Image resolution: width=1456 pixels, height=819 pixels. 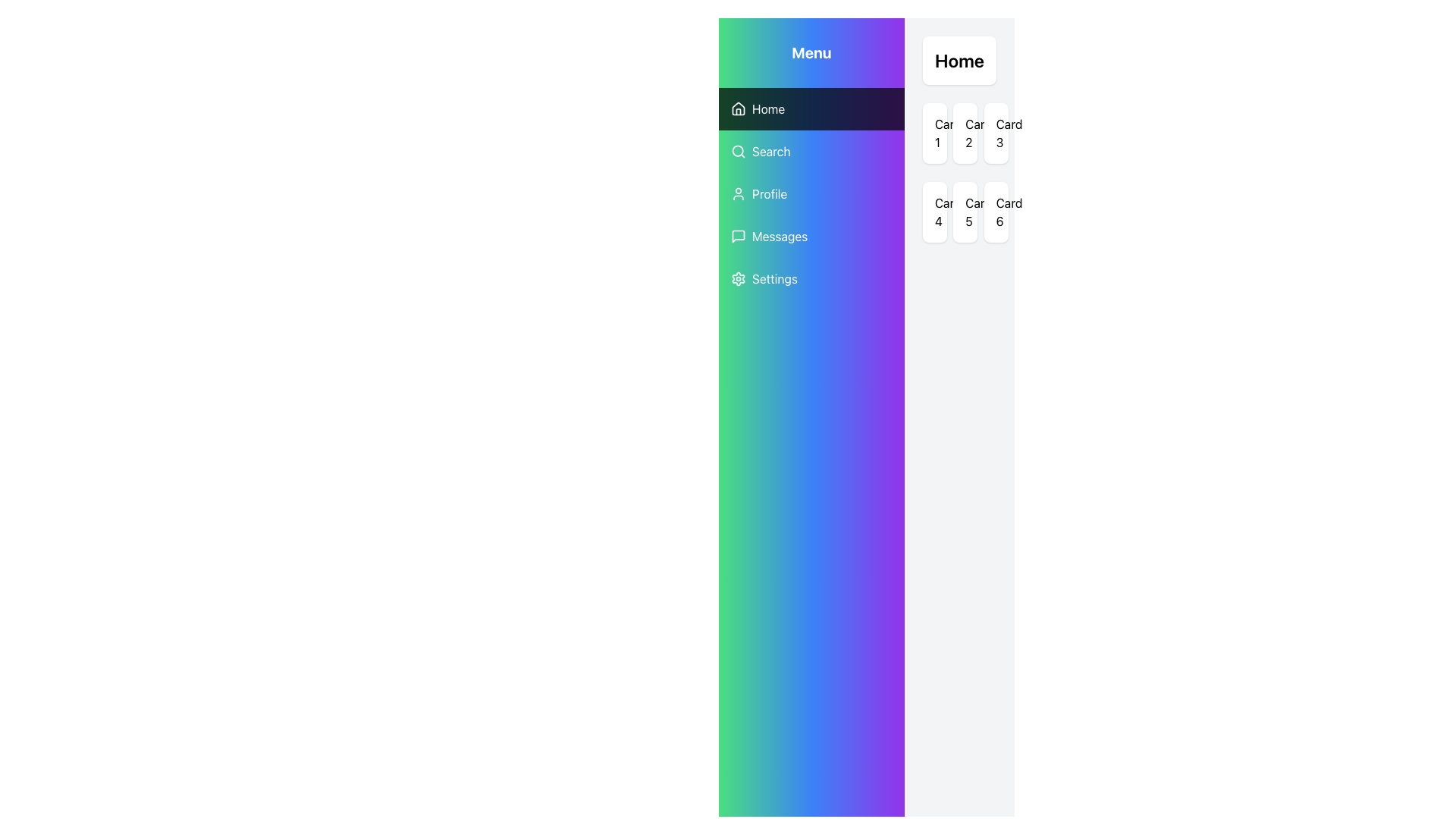 What do you see at coordinates (739, 237) in the screenshot?
I see `the small SVG graphic of a rounded speech bubble or chat icon located in the left sidebar menu, which is directly to the left of the 'Messages' text label` at bounding box center [739, 237].